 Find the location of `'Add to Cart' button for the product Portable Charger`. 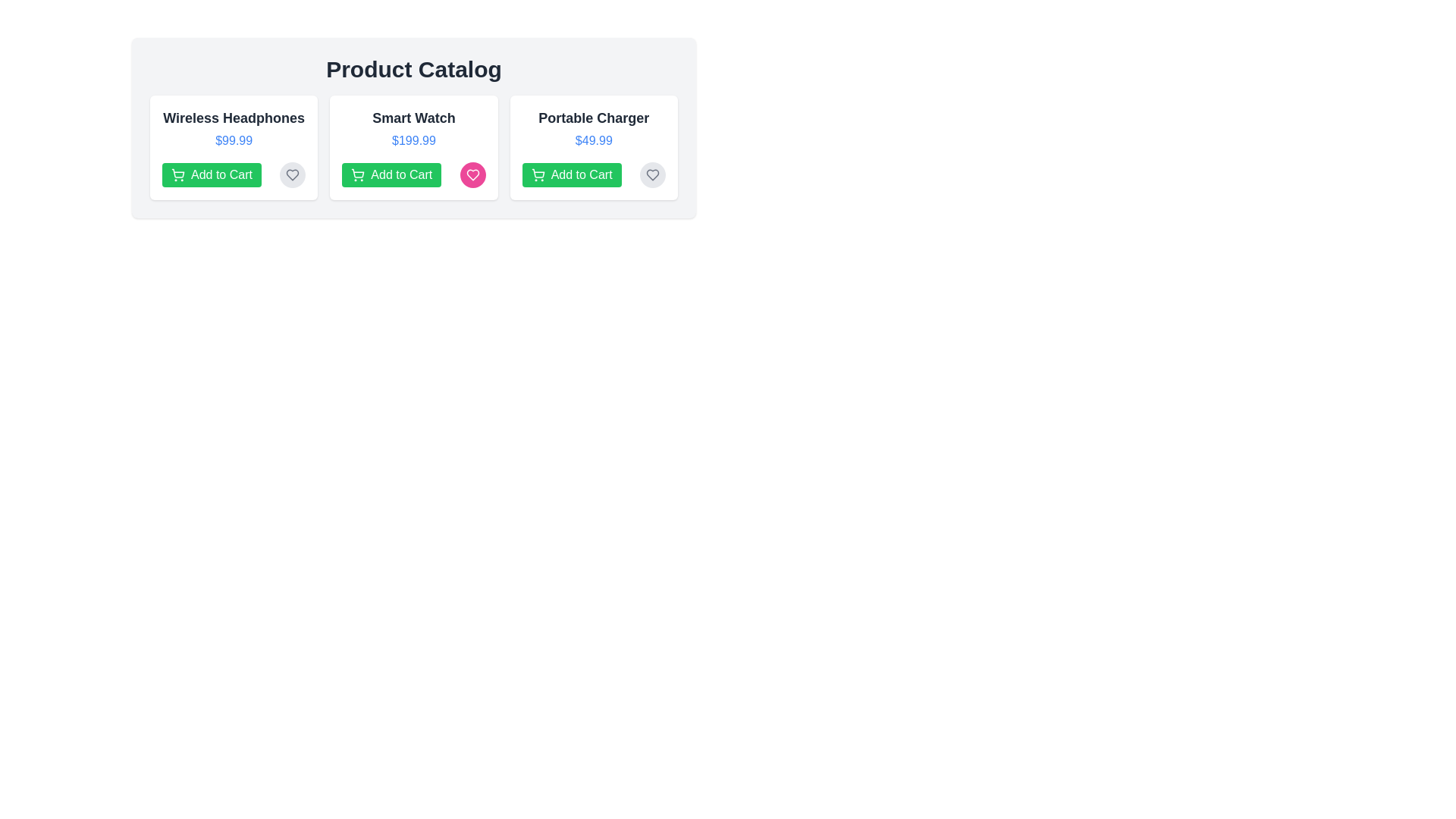

'Add to Cart' button for the product Portable Charger is located at coordinates (570, 174).